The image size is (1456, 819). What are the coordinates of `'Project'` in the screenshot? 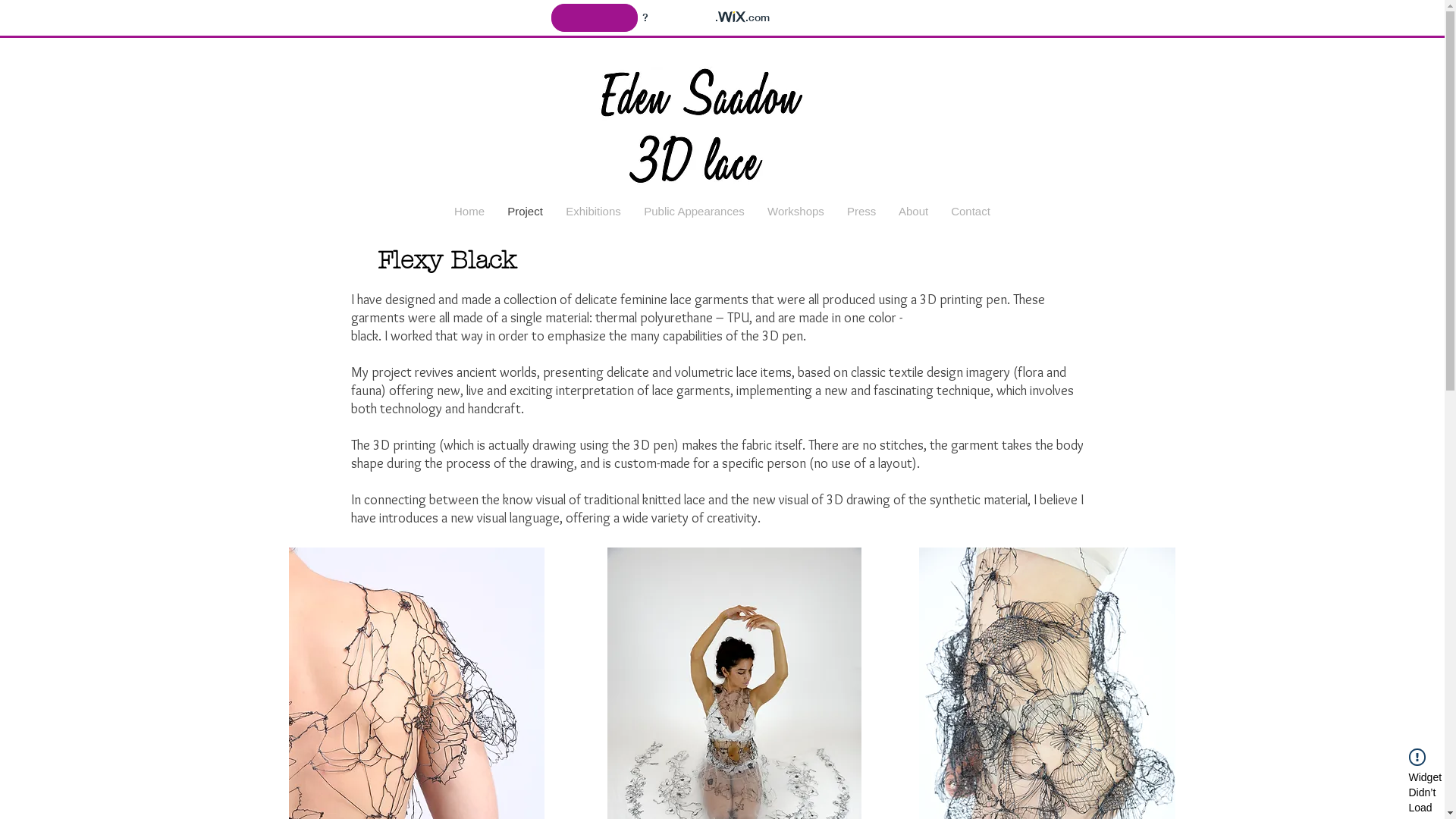 It's located at (525, 211).